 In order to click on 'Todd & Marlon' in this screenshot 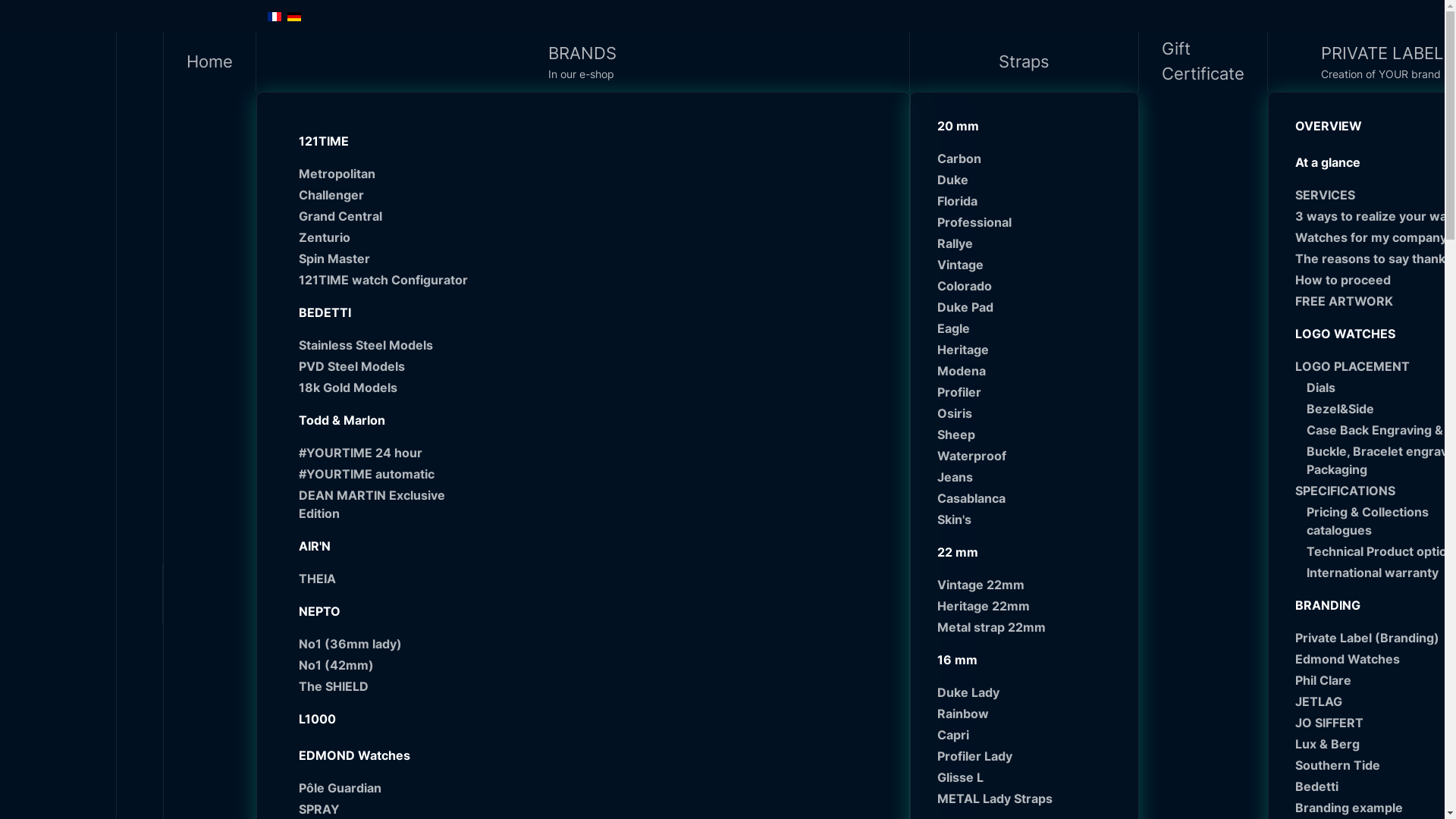, I will do `click(378, 420)`.